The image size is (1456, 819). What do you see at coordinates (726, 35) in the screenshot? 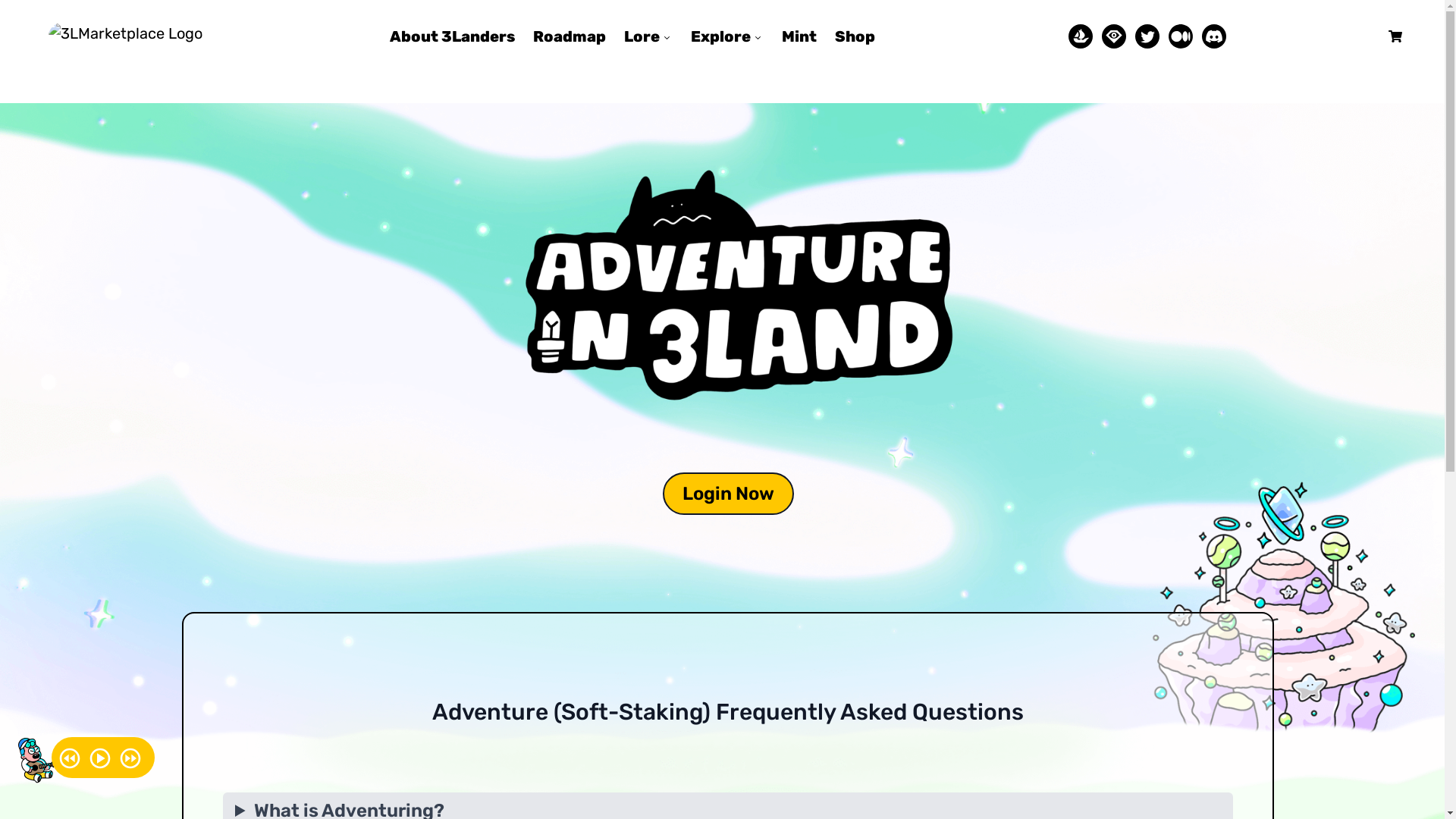
I see `'Explore'` at bounding box center [726, 35].